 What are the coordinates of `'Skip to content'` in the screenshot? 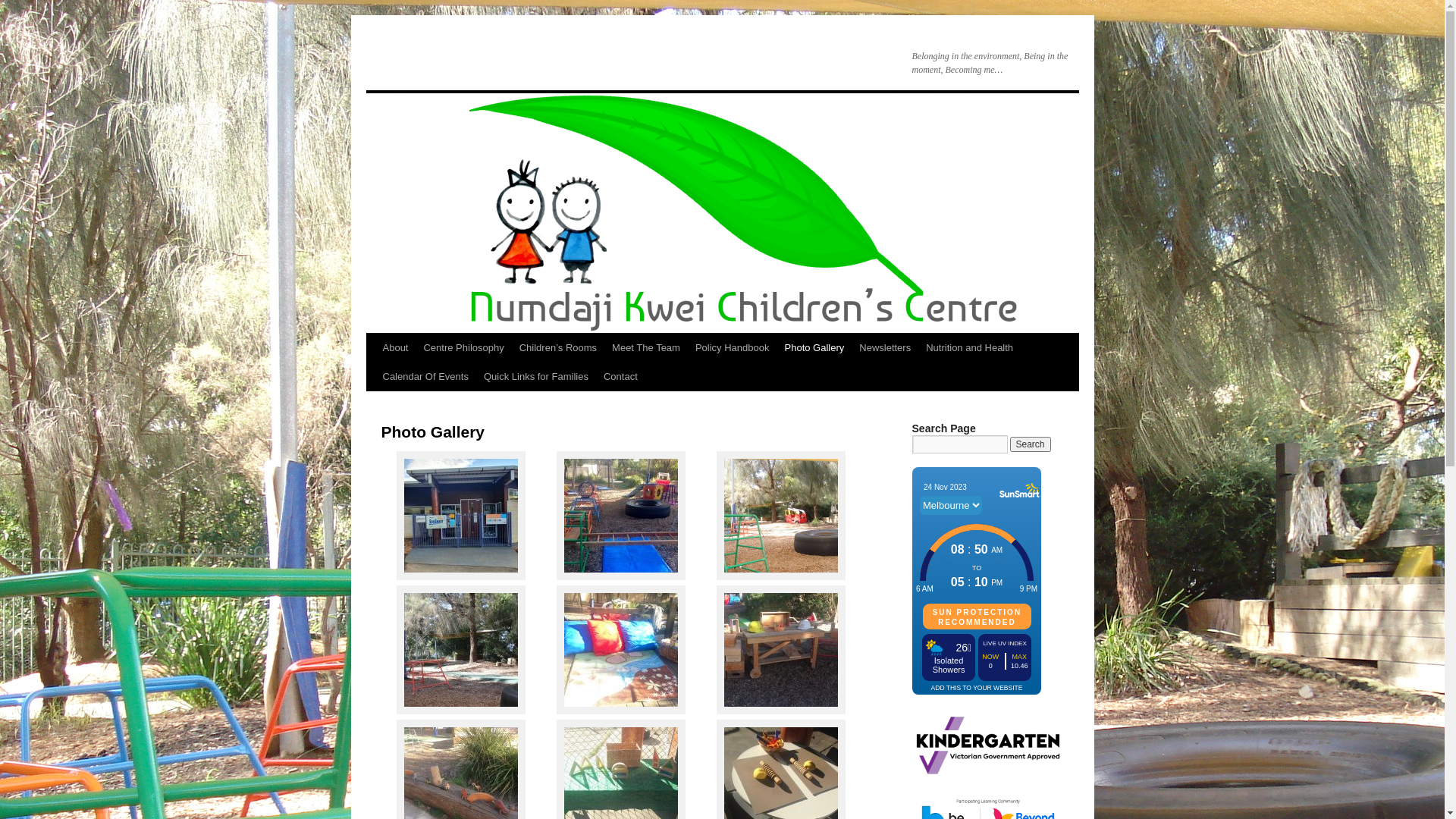 It's located at (372, 375).